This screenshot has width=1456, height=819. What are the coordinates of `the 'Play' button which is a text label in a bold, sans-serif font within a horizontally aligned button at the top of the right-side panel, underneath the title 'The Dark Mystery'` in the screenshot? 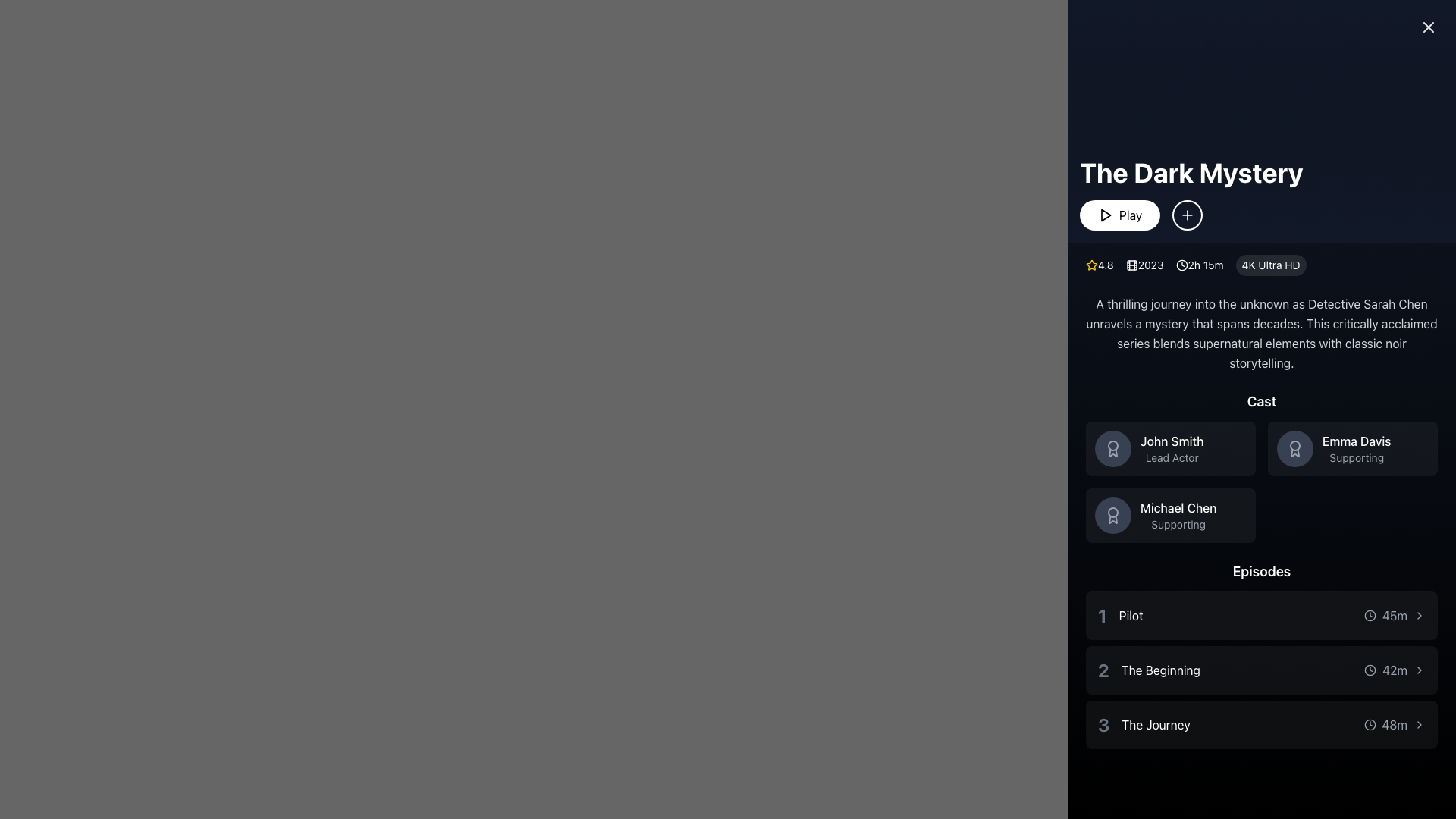 It's located at (1131, 215).